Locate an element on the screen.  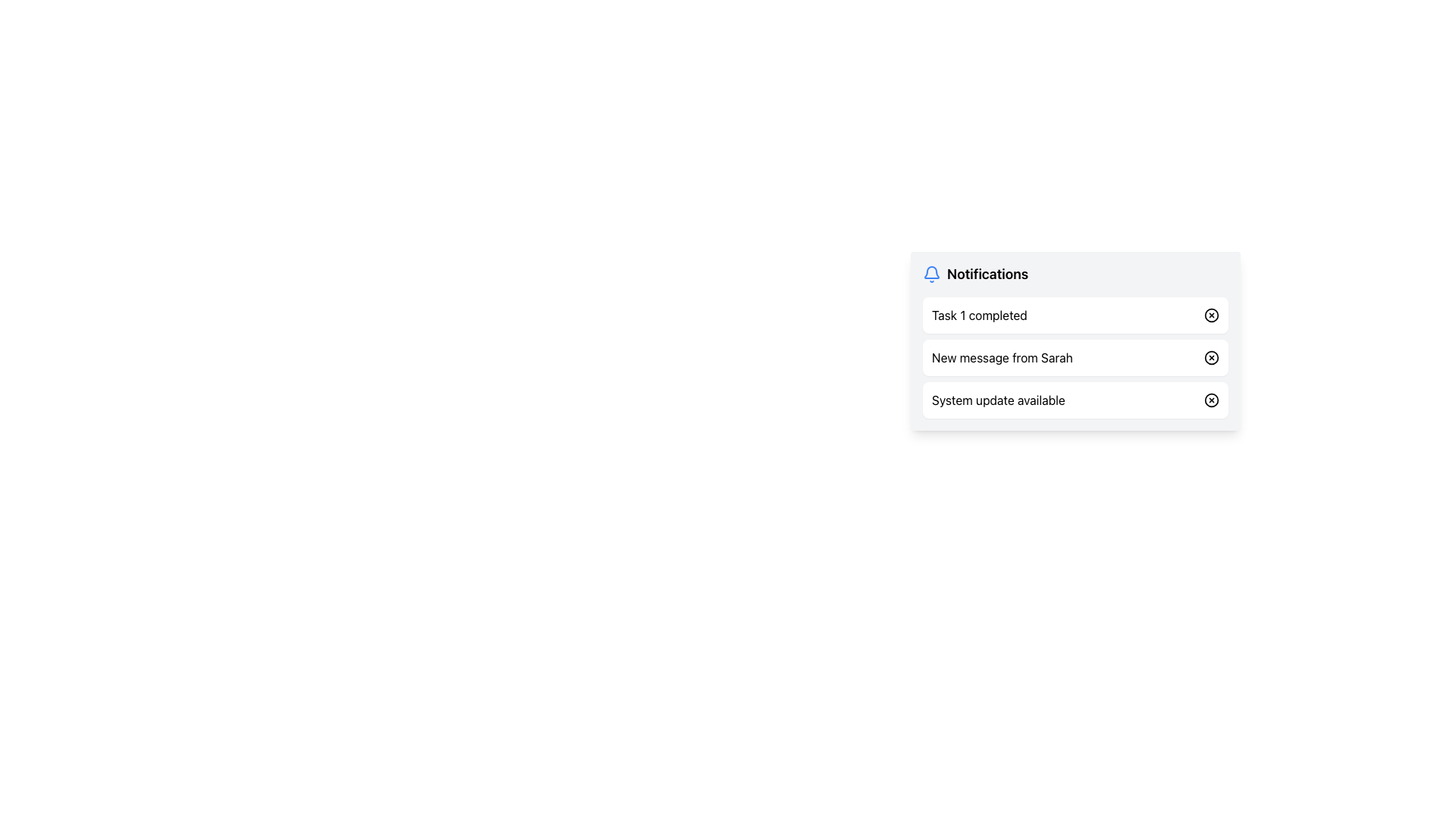
the static text label displaying 'Task 1 completed' in the notifications section, which is the first notification in the list is located at coordinates (979, 315).